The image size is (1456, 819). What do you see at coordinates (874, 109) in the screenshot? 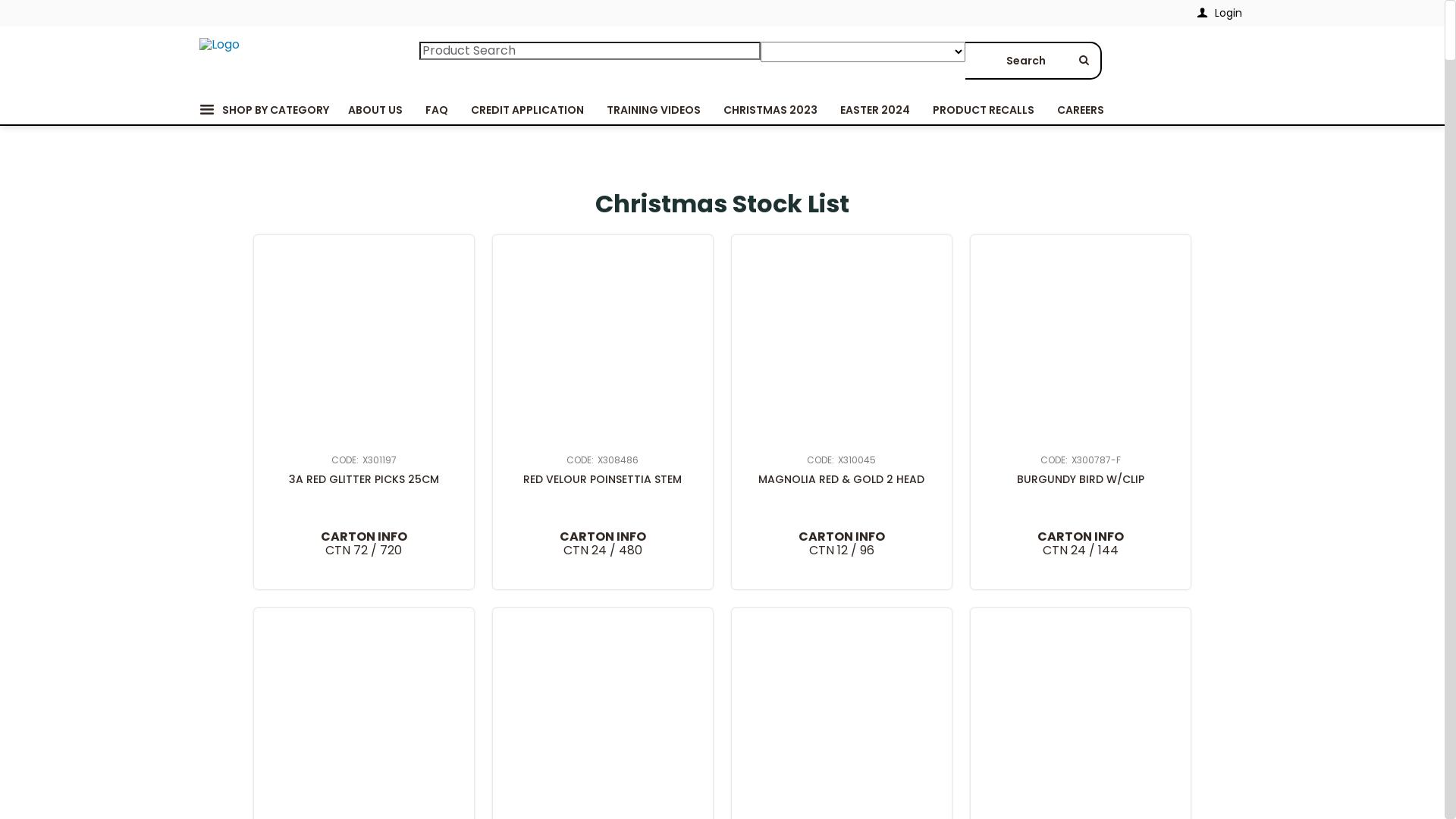
I see `'EASTER 2024'` at bounding box center [874, 109].